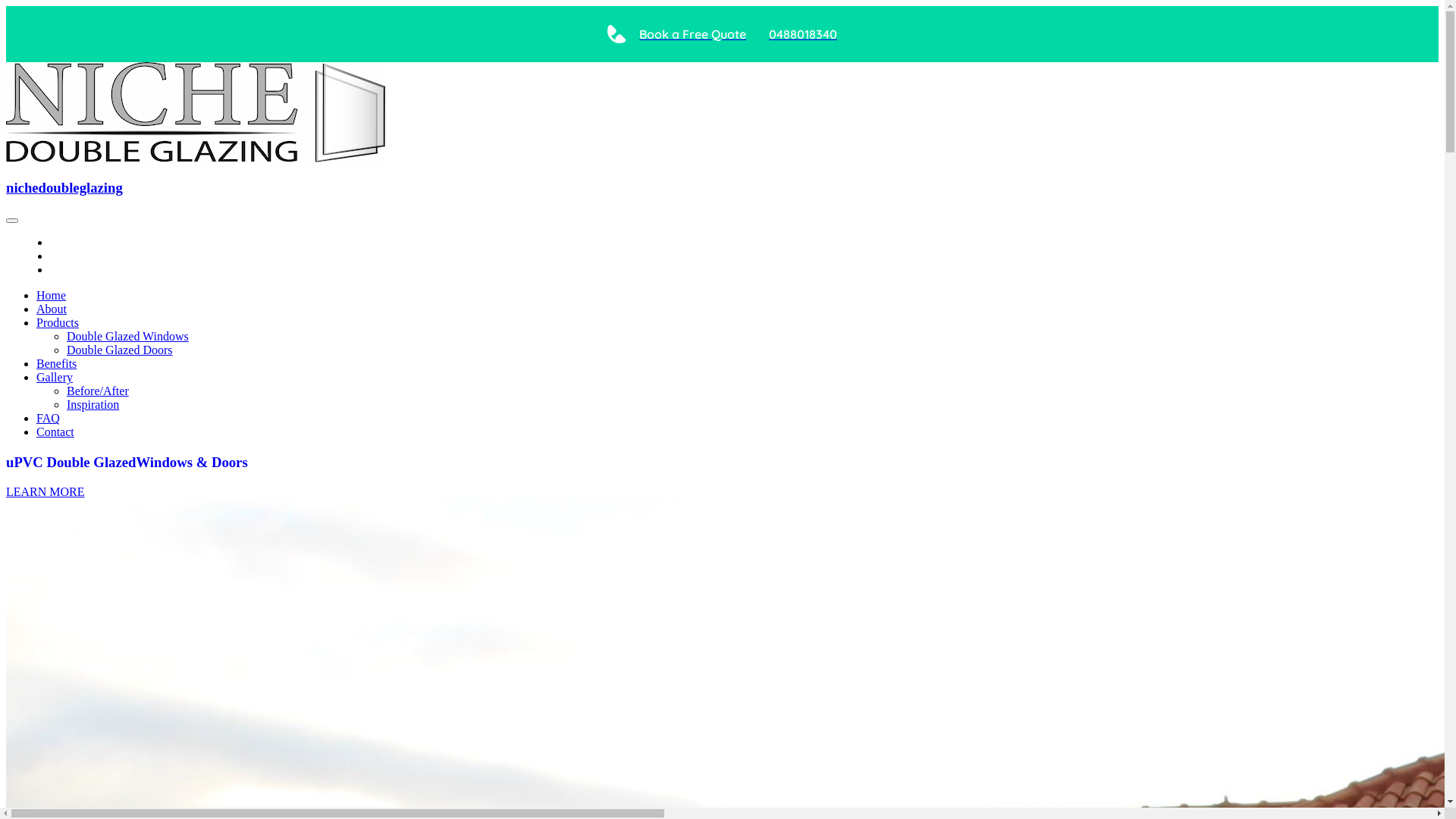 The width and height of the screenshot is (1456, 819). I want to click on 'Contact', so click(55, 431).